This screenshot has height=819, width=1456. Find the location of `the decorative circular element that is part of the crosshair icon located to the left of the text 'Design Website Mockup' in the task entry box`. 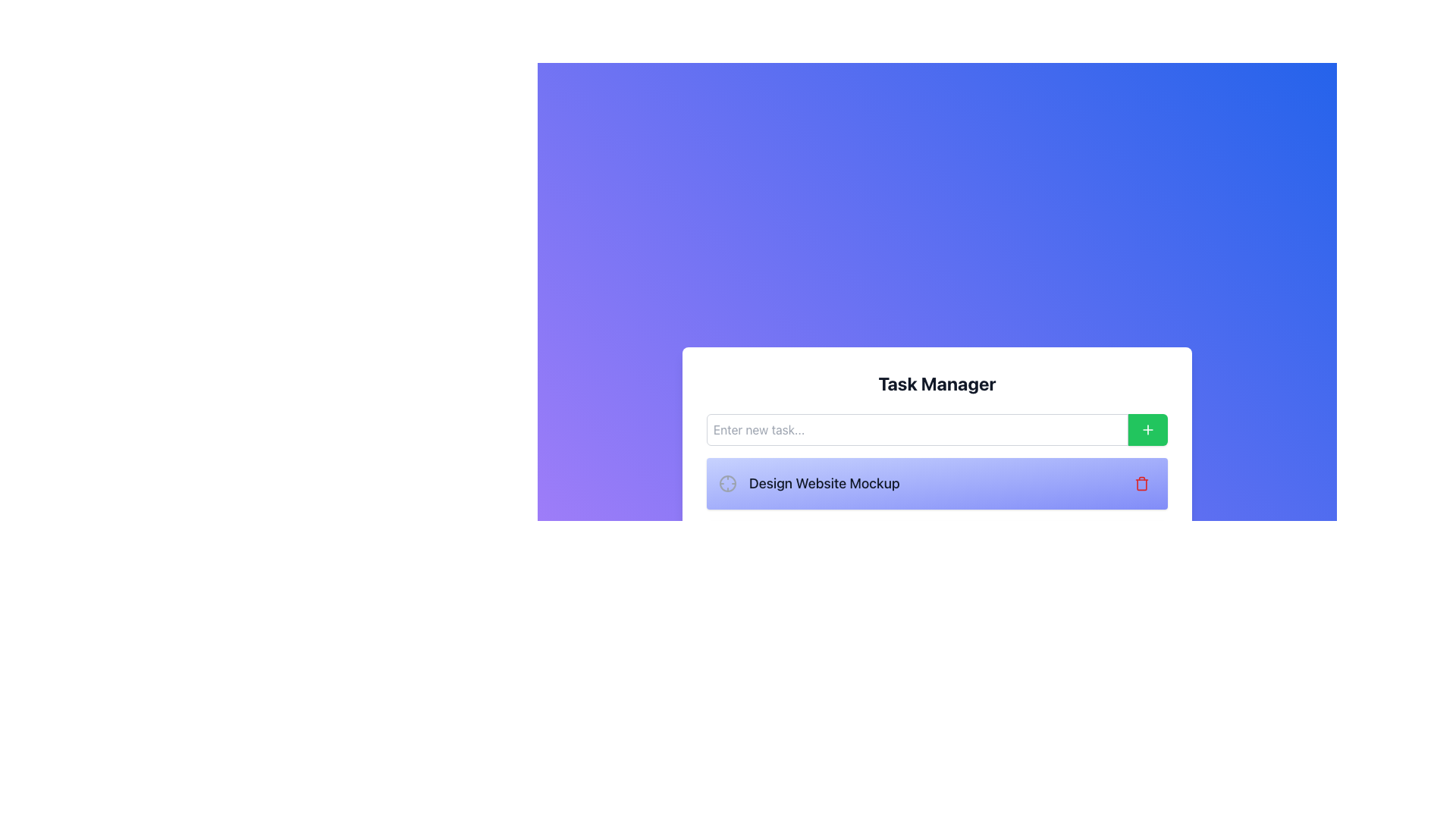

the decorative circular element that is part of the crosshair icon located to the left of the text 'Design Website Mockup' in the task entry box is located at coordinates (728, 483).